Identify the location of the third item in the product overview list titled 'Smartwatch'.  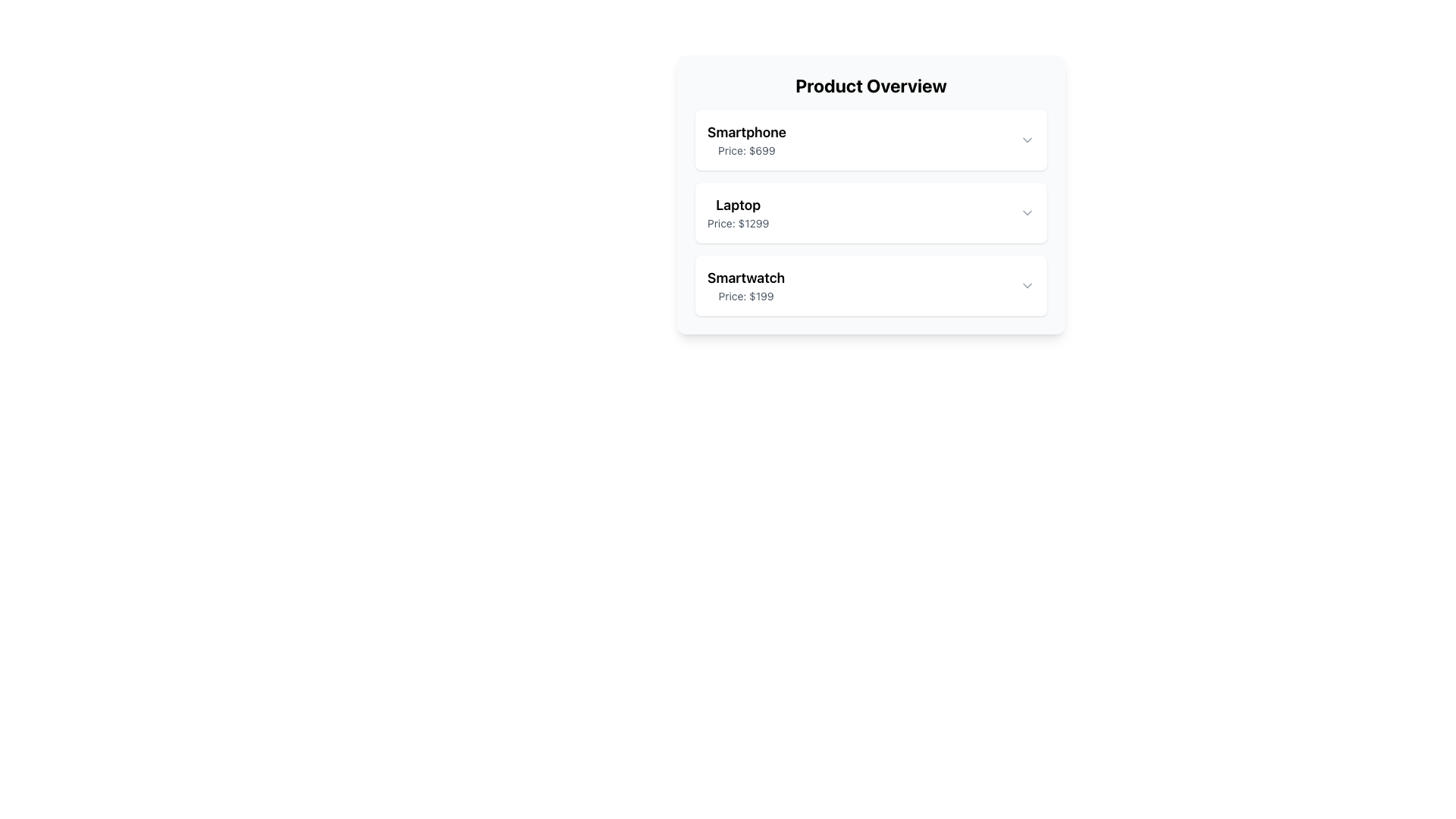
(871, 286).